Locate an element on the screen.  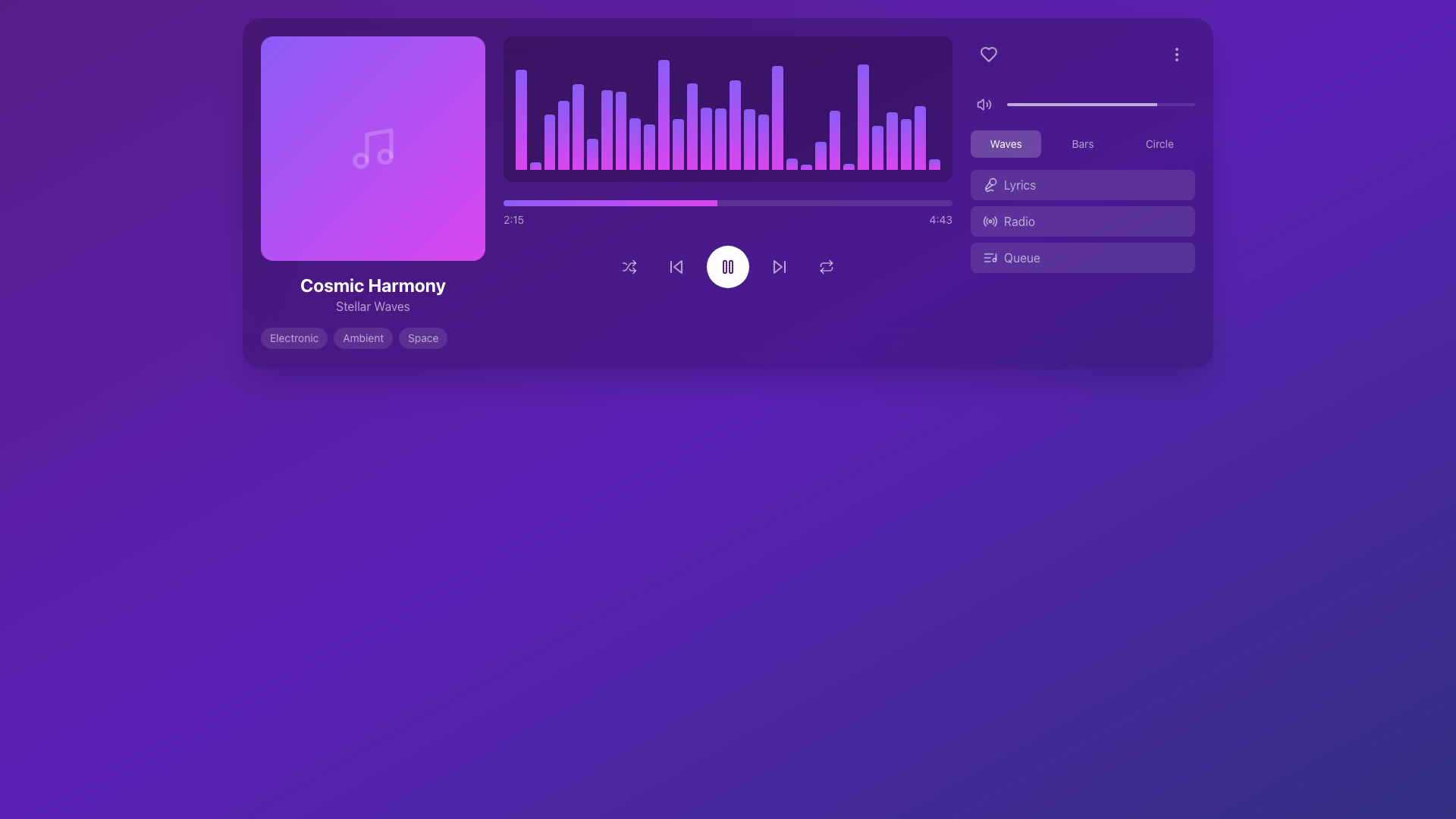
the interactive progress bar located centrally below the waveform visualization and above the playback controls is located at coordinates (728, 213).